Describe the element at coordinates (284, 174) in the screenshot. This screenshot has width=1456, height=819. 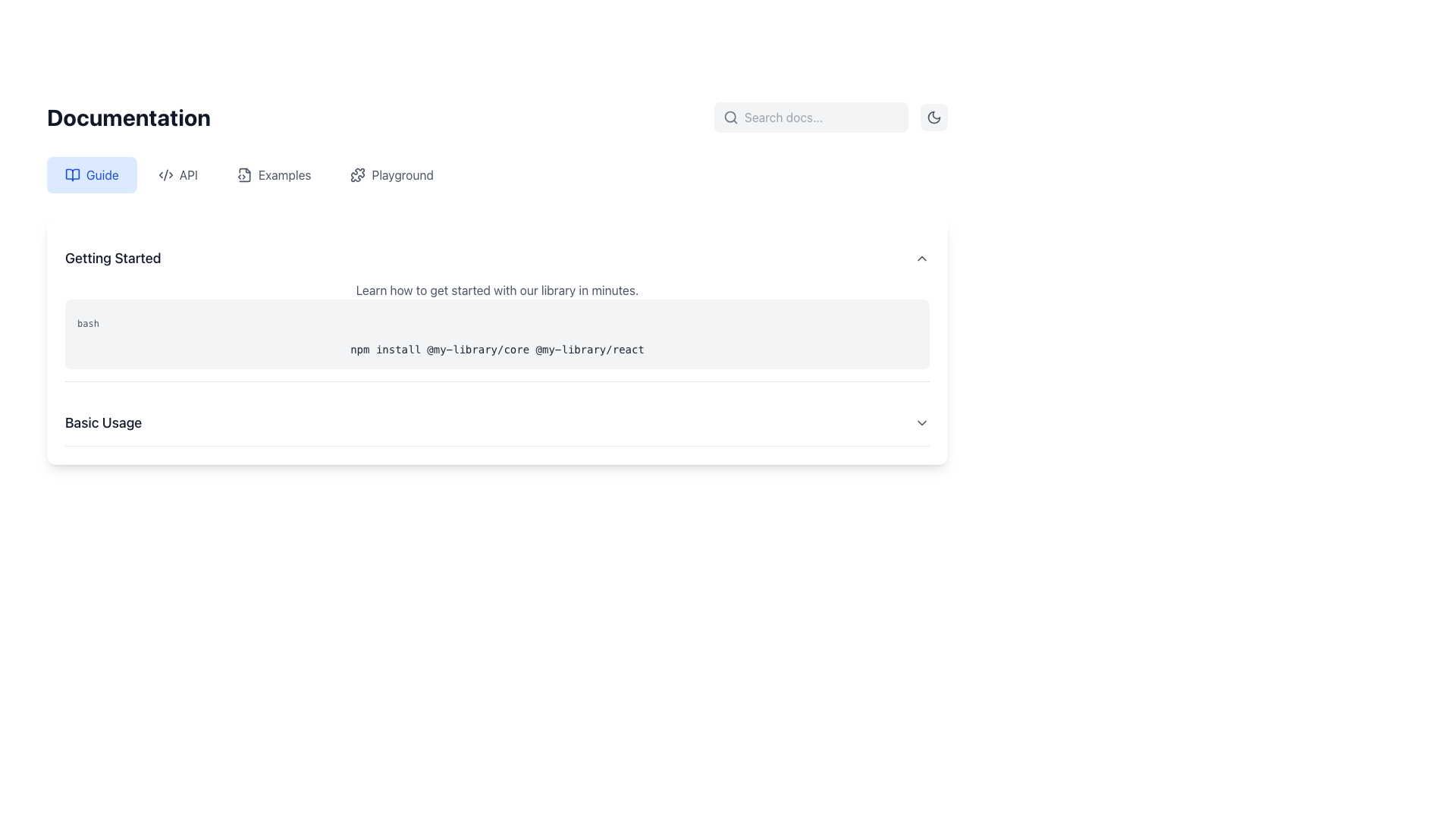
I see `the Navigation Menu Text Label that redirects users to the 'Examples' section of the application` at that location.